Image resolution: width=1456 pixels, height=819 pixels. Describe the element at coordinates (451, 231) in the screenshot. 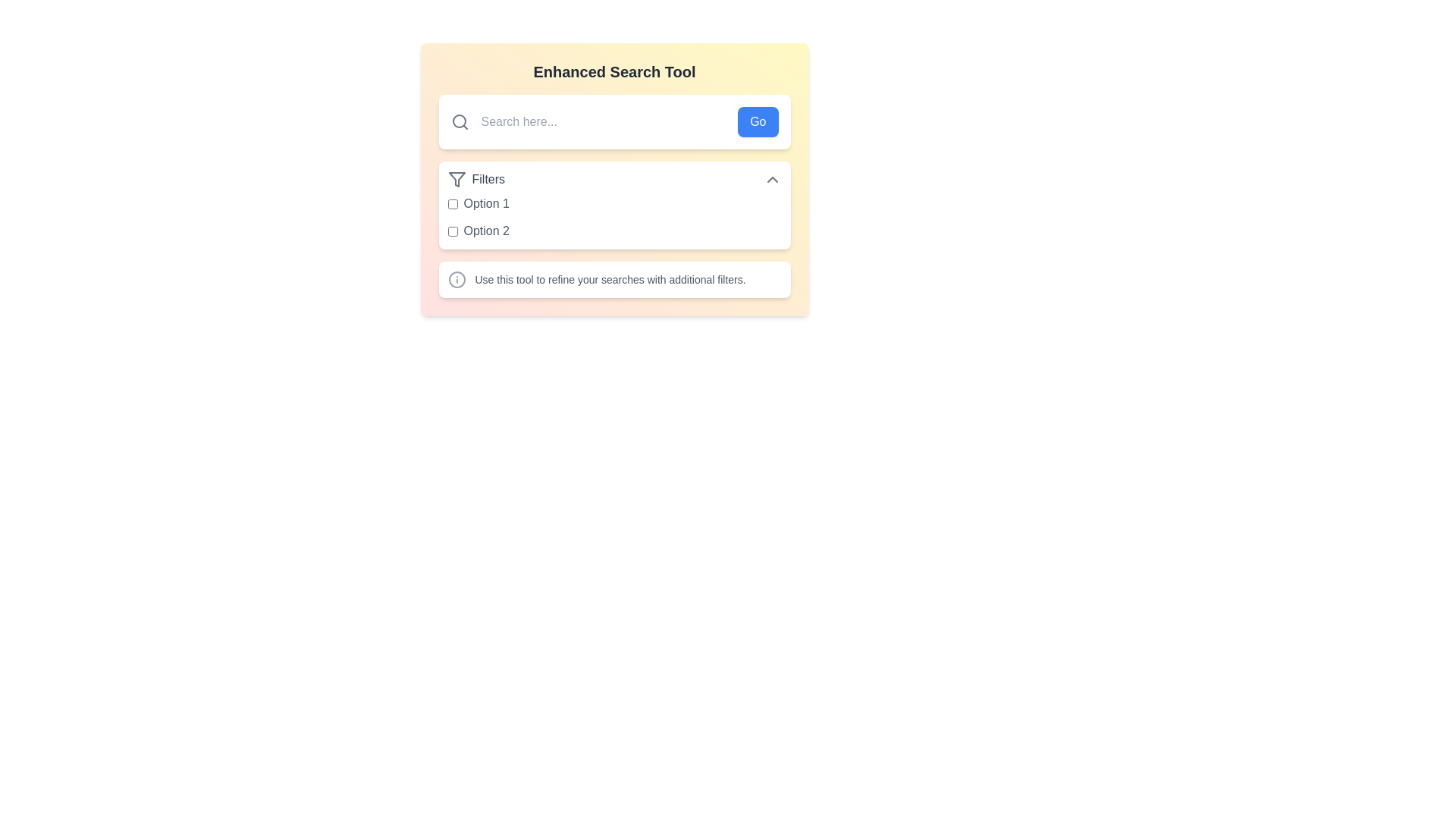

I see `the checkbox for 'Option 2' located below the 'Filters' heading` at that location.